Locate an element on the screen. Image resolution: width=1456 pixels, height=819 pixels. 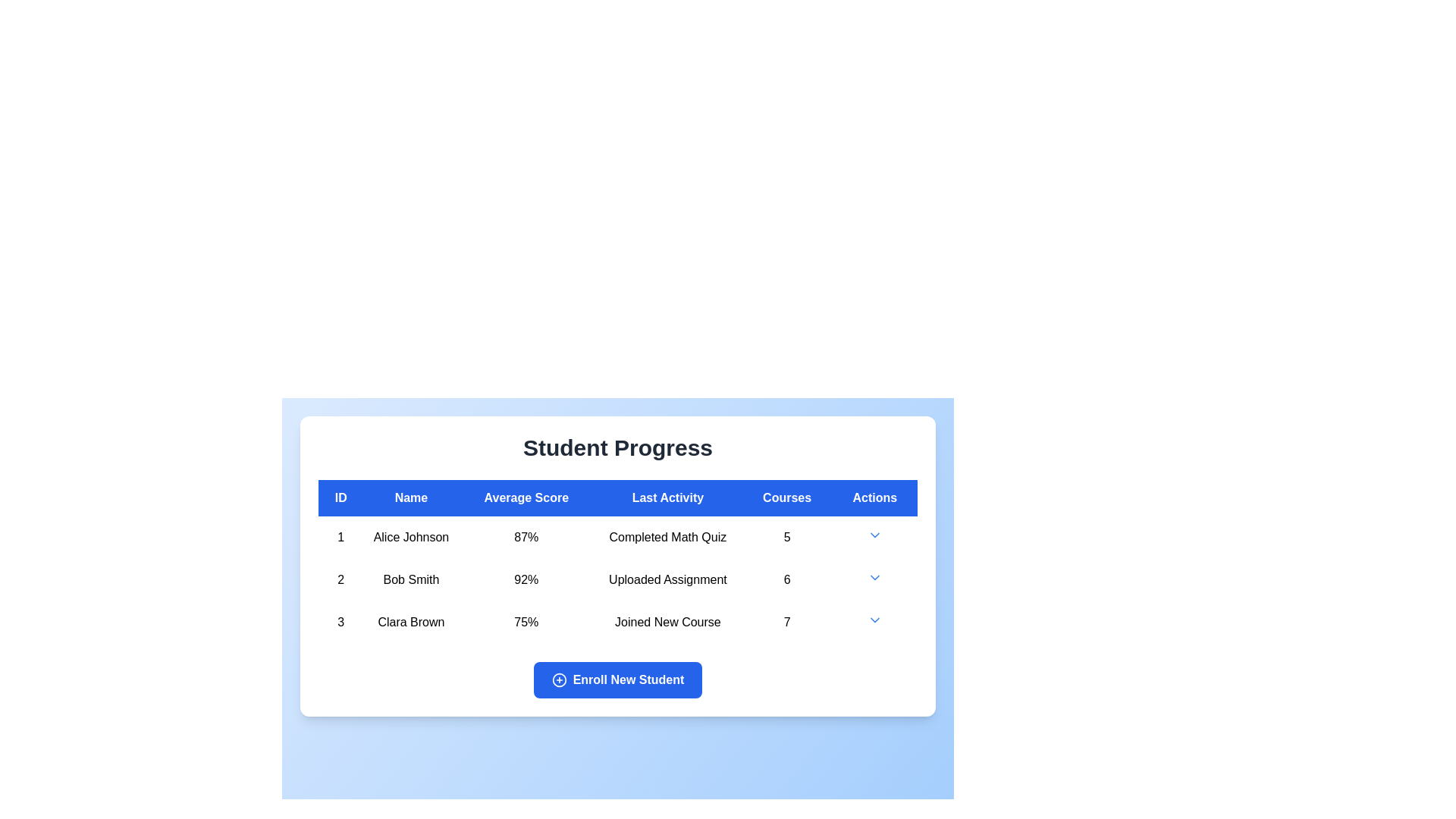
the 'Average Score' text label, which is the third column header in a table, displayed in white font on a blue background is located at coordinates (526, 497).